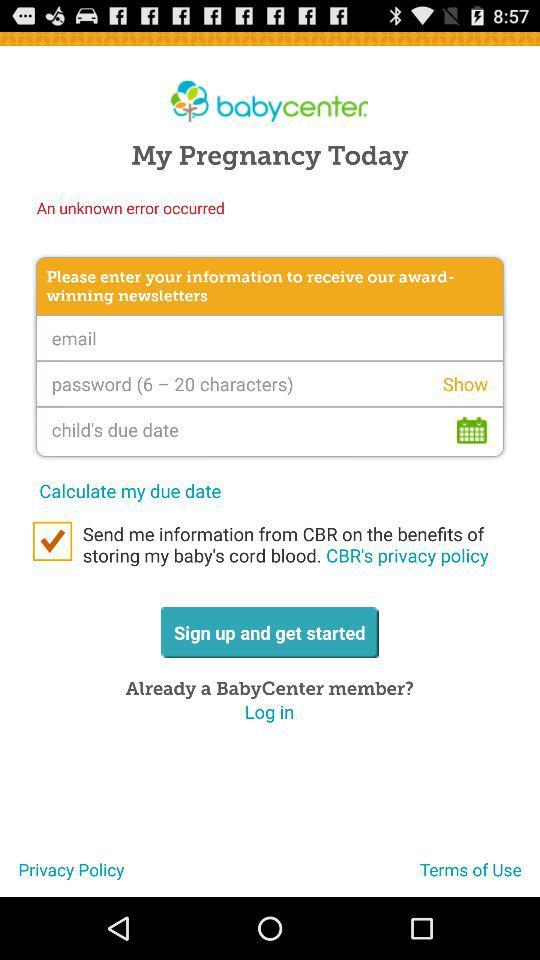 Image resolution: width=540 pixels, height=960 pixels. Describe the element at coordinates (270, 431) in the screenshot. I see `babys due date` at that location.